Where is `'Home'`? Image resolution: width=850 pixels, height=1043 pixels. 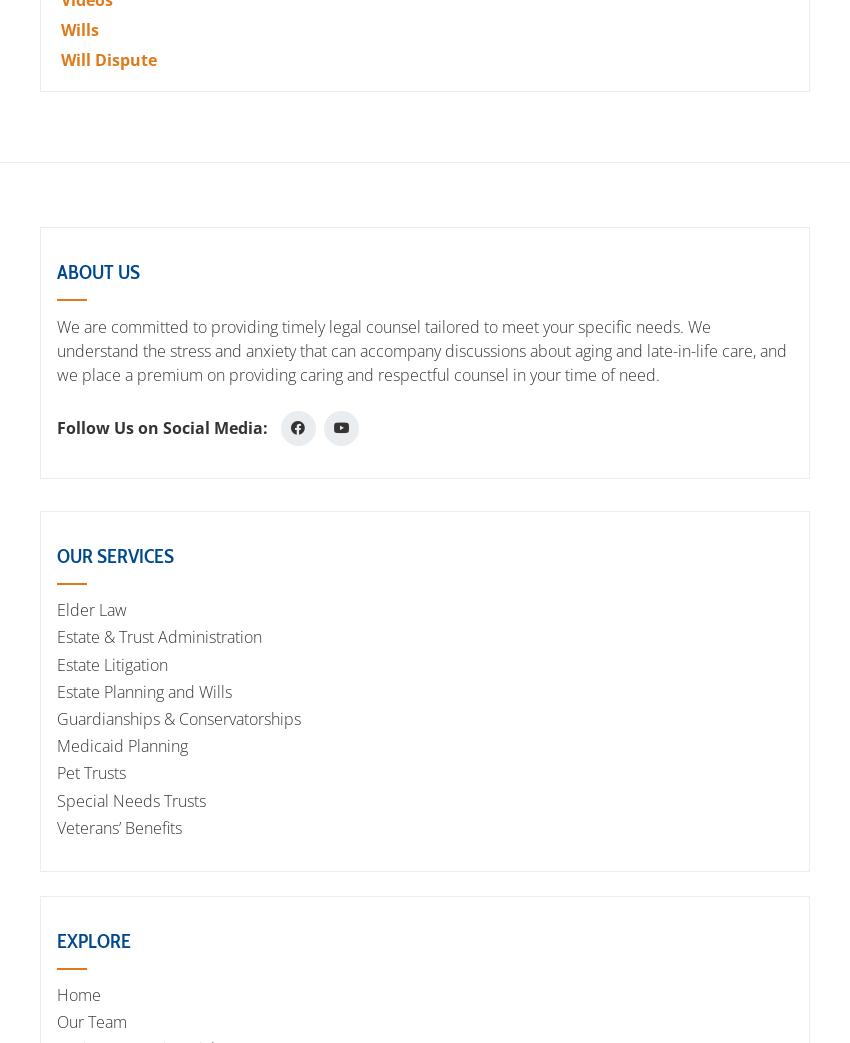
'Home' is located at coordinates (78, 995).